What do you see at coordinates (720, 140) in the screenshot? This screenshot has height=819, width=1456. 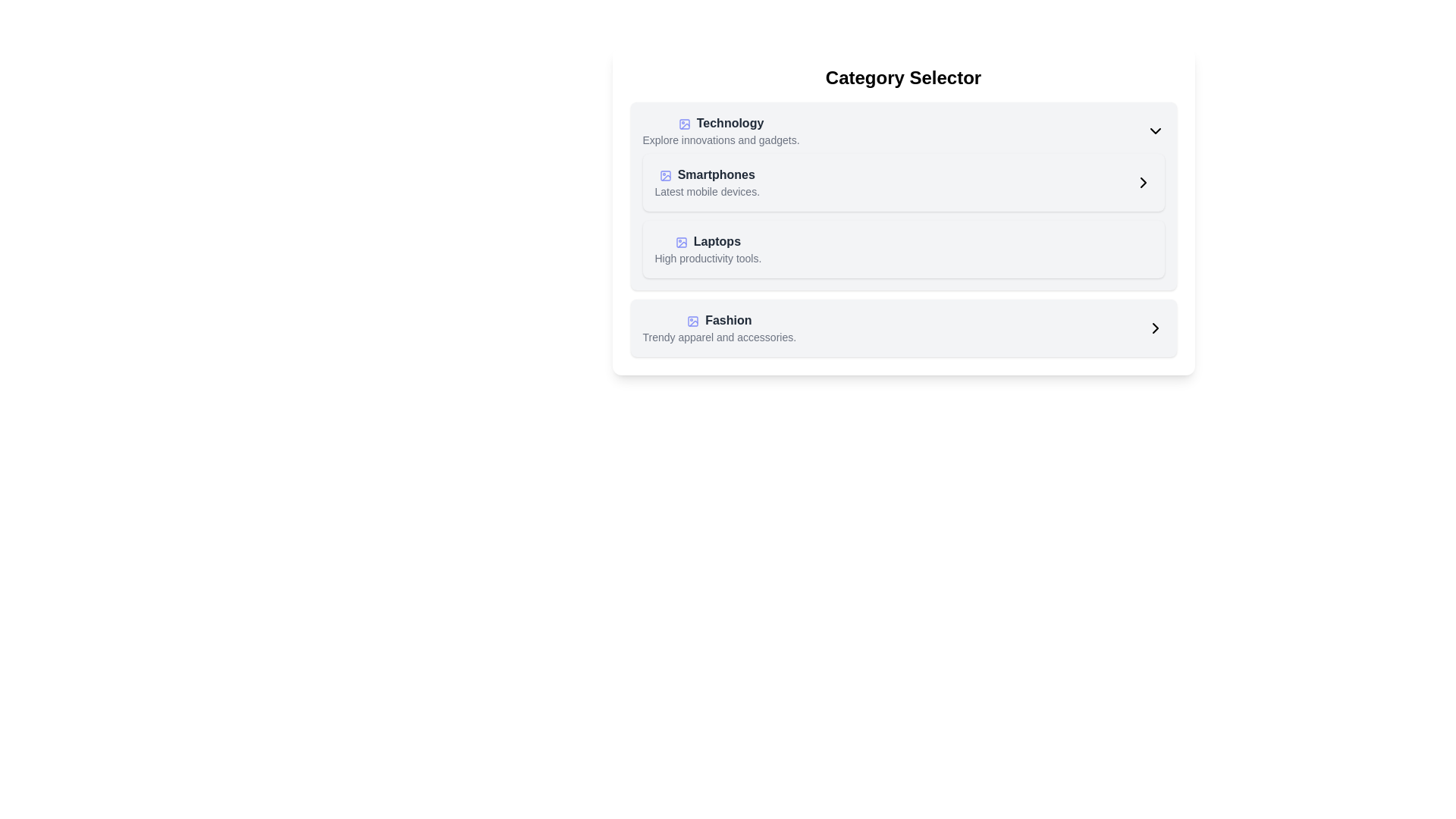 I see `the text label providing additional context for the 'Technology' category, situated below the 'Technology' title and icon` at bounding box center [720, 140].